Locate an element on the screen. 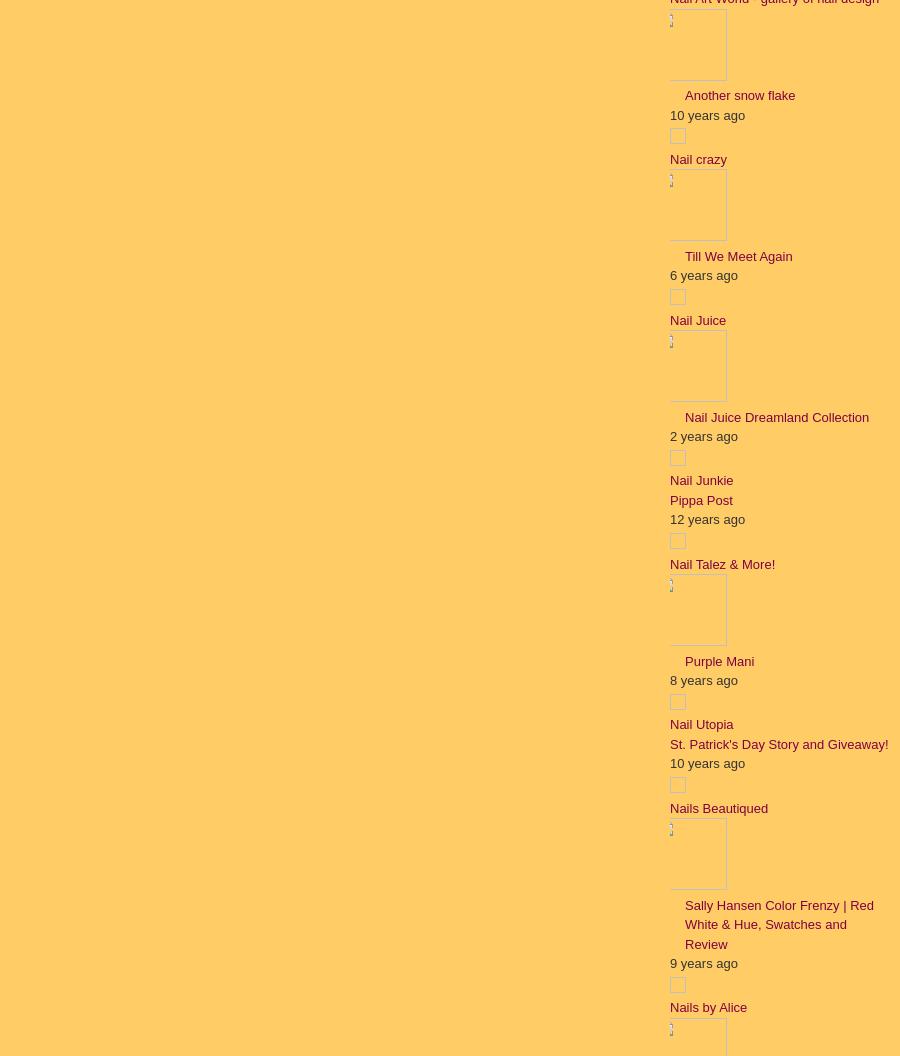  'St. Patrick's Day Story and Giveaway!' is located at coordinates (778, 742).